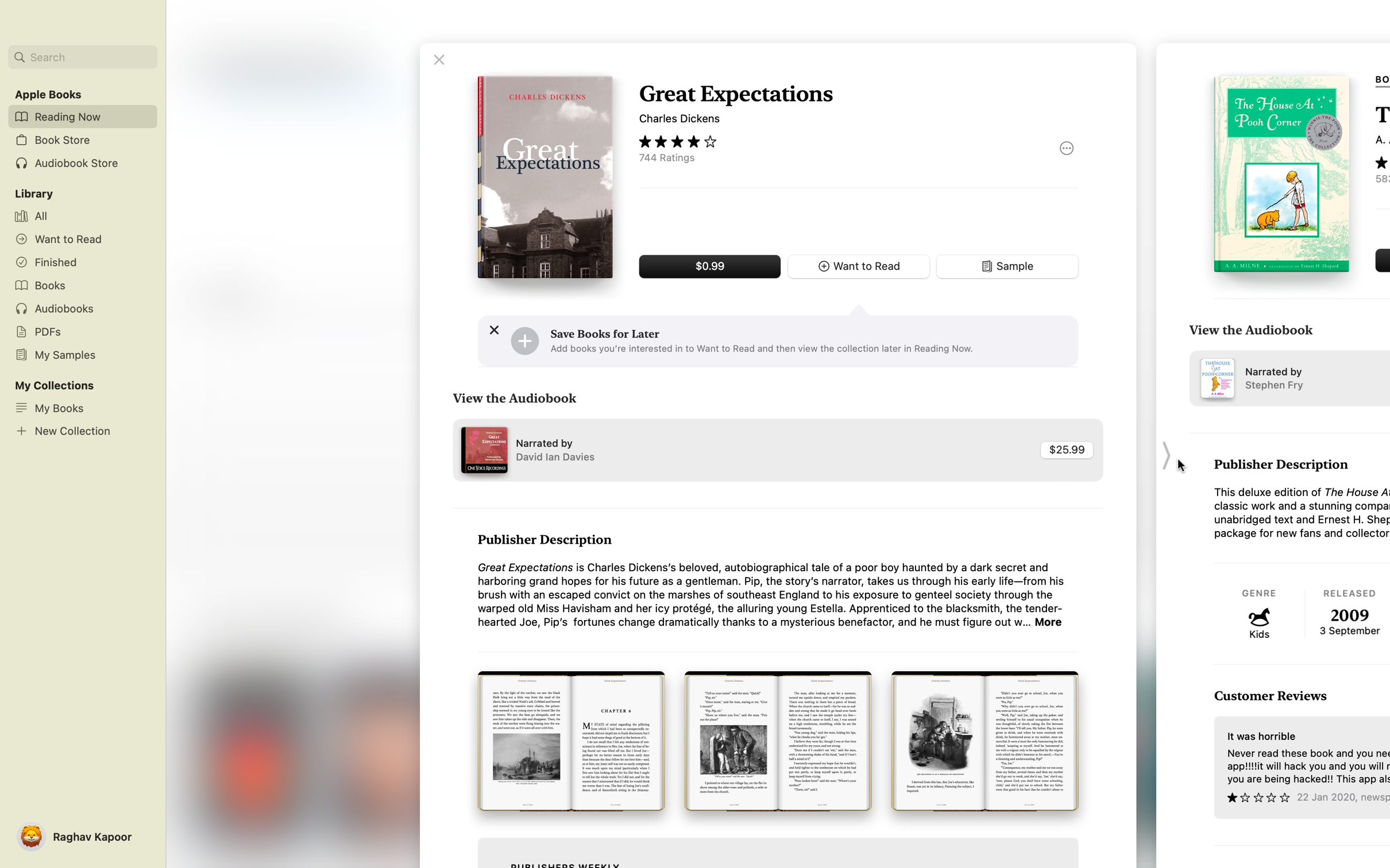 This screenshot has height=868, width=1390. I want to click on Place the desired book in your wishlist, so click(524, 340).